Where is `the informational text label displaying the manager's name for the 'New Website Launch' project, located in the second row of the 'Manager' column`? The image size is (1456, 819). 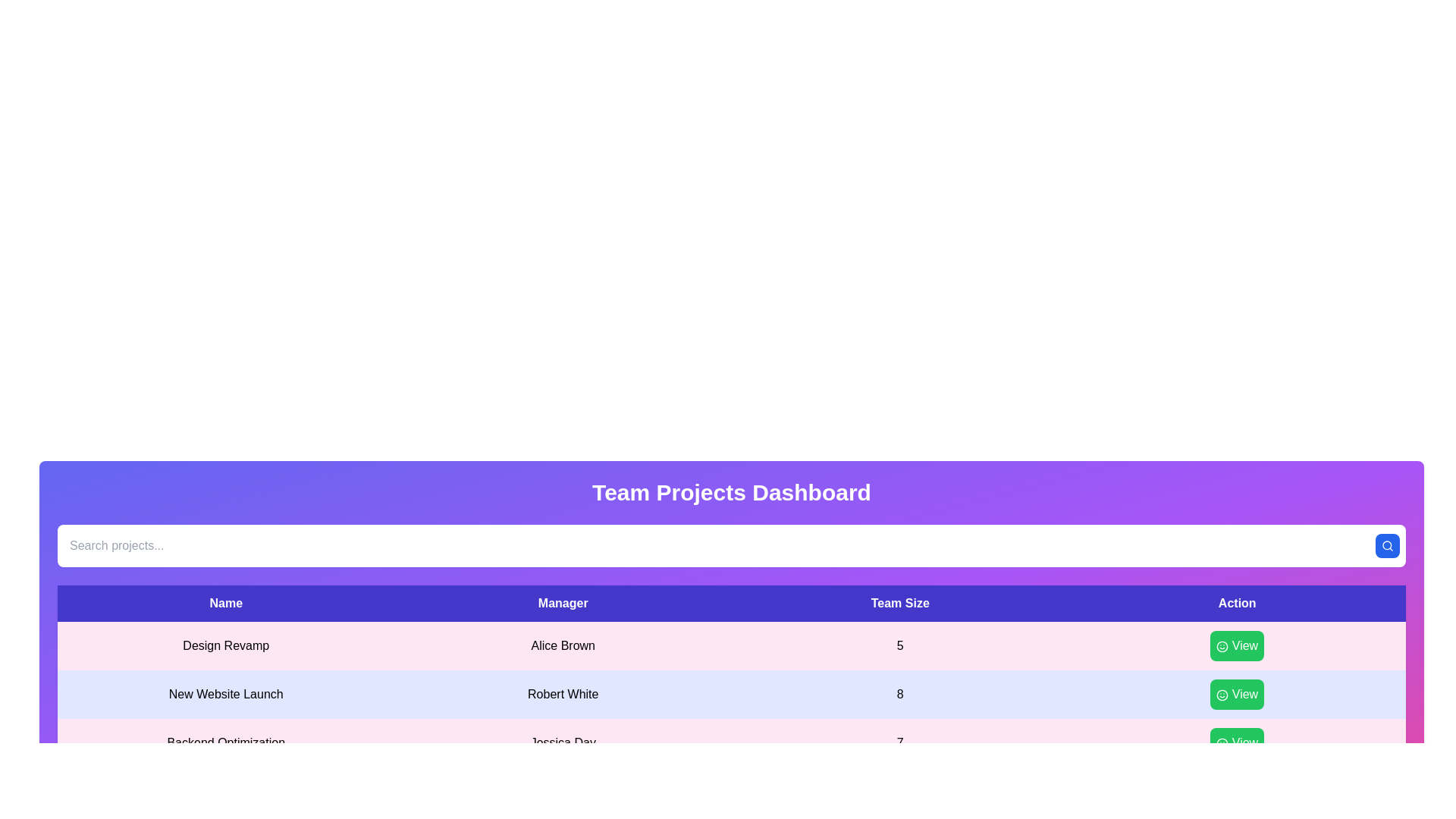
the informational text label displaying the manager's name for the 'New Website Launch' project, located in the second row of the 'Manager' column is located at coordinates (562, 694).